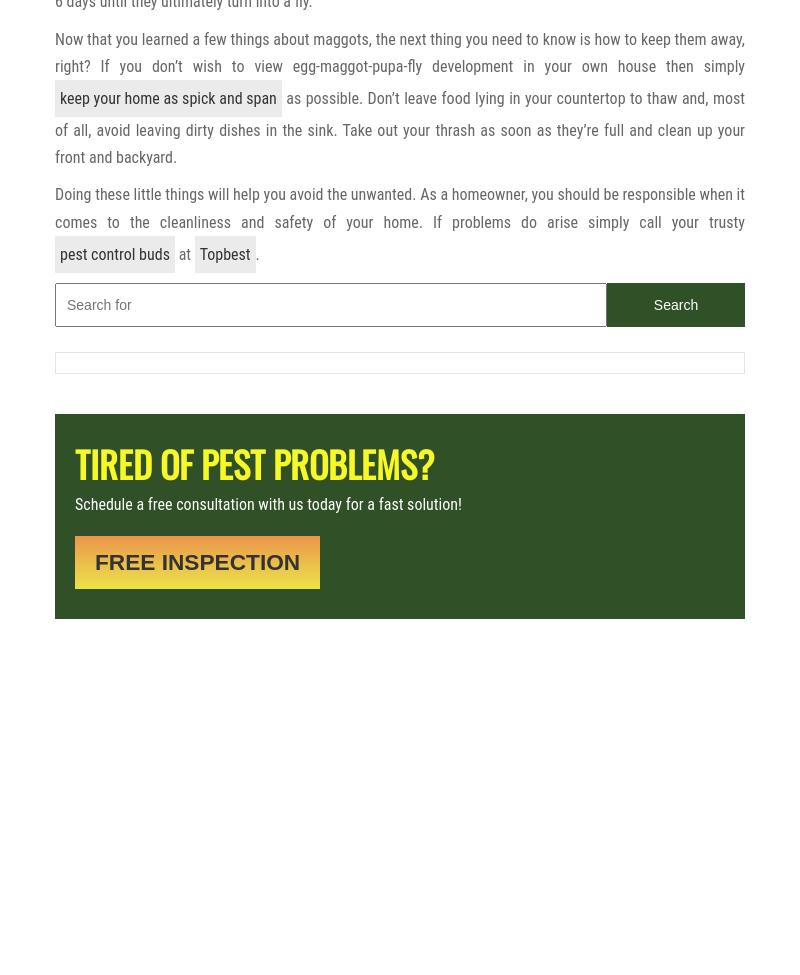  What do you see at coordinates (173, 253) in the screenshot?
I see `'at'` at bounding box center [173, 253].